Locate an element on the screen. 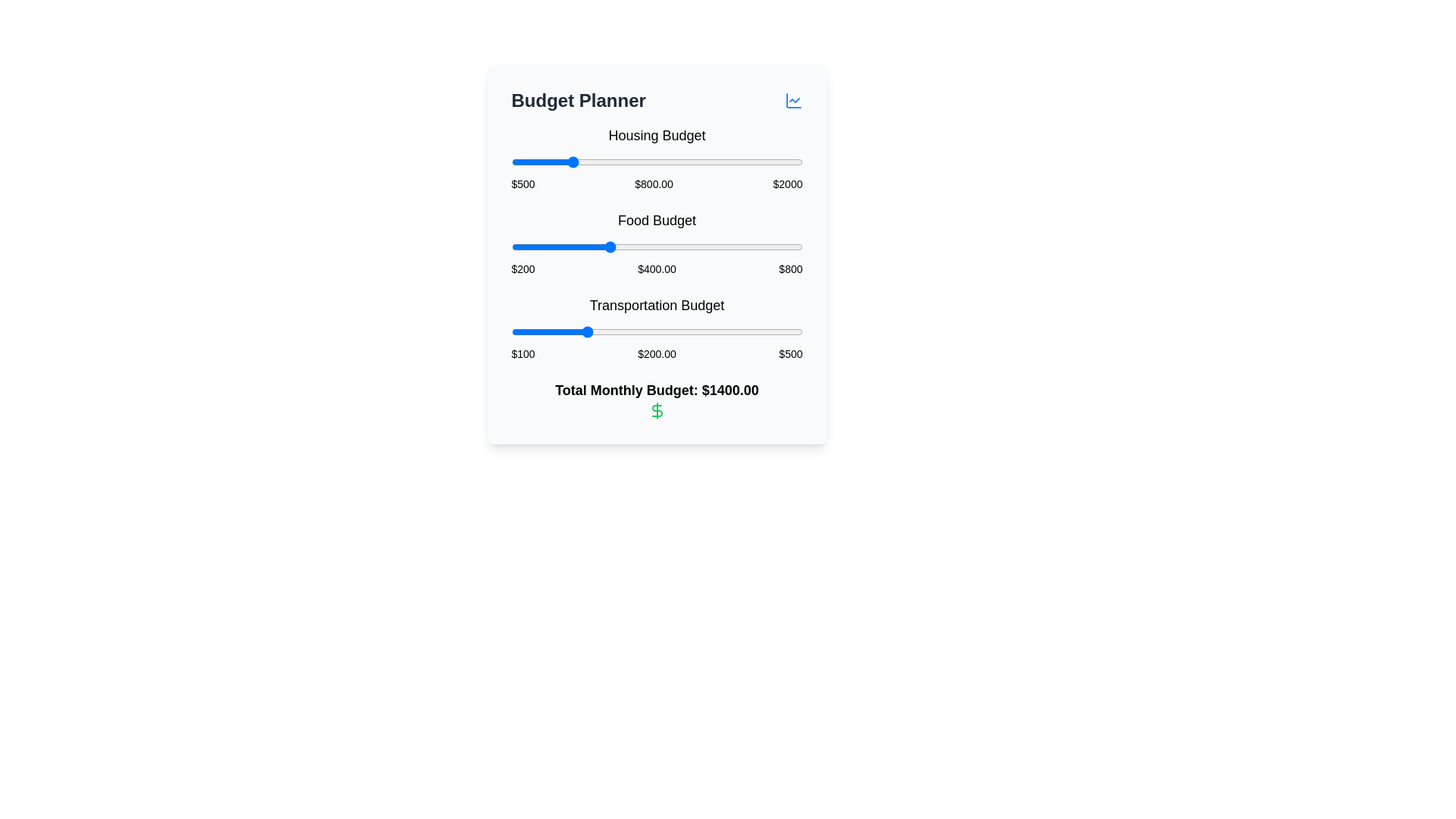 Image resolution: width=1456 pixels, height=819 pixels. the static text label displaying the value '$2000' located on the far right side of the 'Housing Budget' row is located at coordinates (788, 184).